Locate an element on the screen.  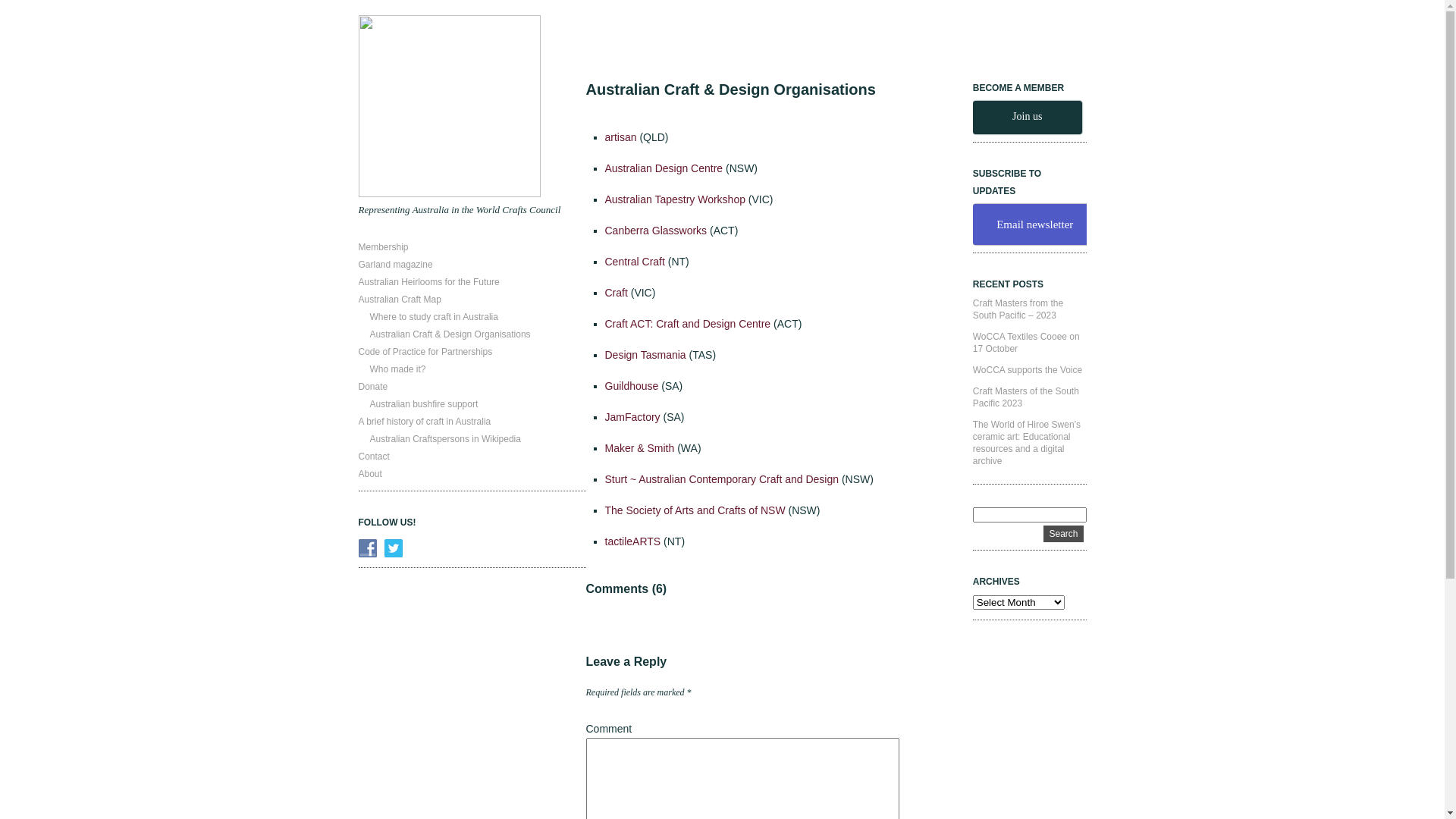
'Where to study craft in Australia' is located at coordinates (433, 315).